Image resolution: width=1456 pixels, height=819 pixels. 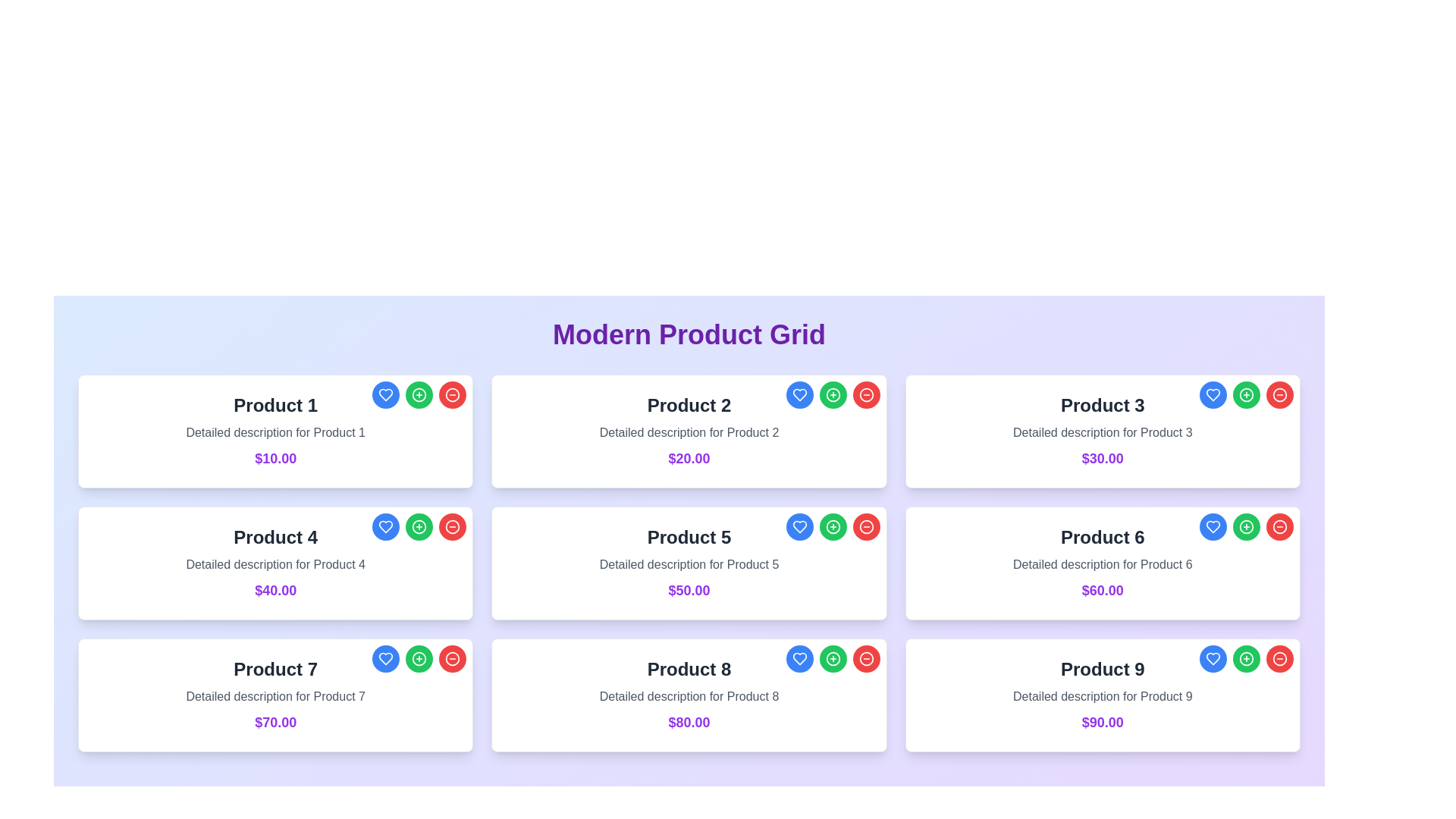 I want to click on the button with a plus sign located in the top-right corner of the card for 'Product 3', so click(x=1246, y=394).